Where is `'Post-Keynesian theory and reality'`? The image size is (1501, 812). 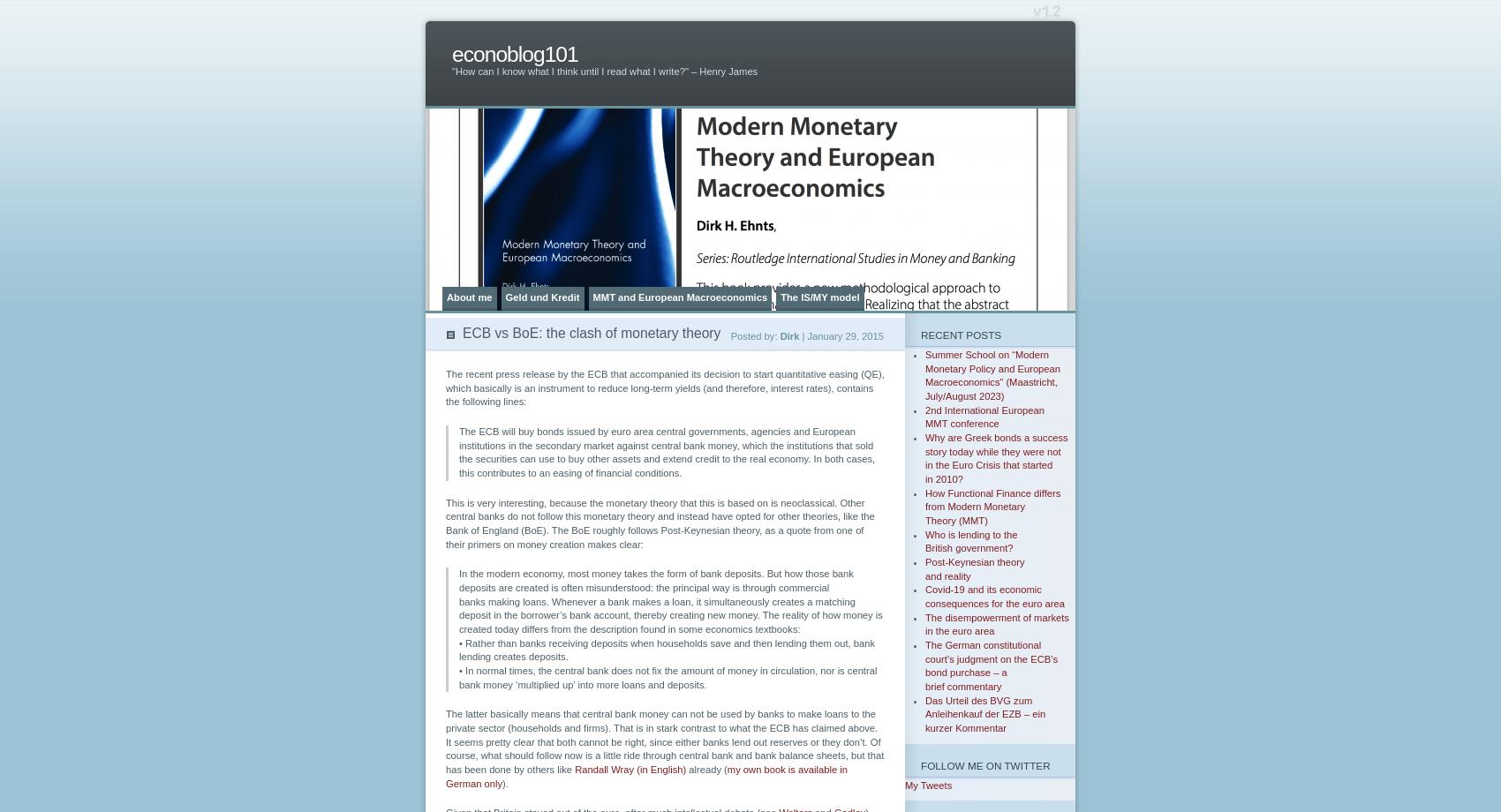 'Post-Keynesian theory and reality' is located at coordinates (974, 568).